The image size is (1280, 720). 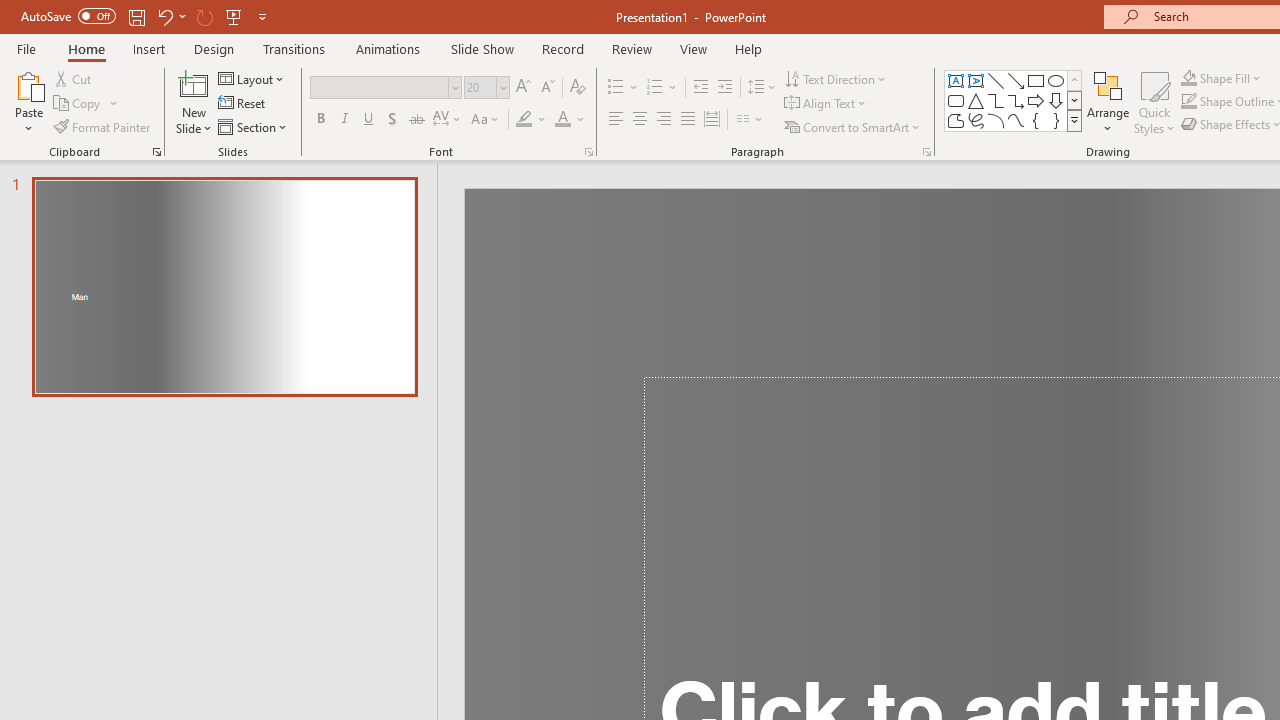 What do you see at coordinates (135, 16) in the screenshot?
I see `'Save'` at bounding box center [135, 16].